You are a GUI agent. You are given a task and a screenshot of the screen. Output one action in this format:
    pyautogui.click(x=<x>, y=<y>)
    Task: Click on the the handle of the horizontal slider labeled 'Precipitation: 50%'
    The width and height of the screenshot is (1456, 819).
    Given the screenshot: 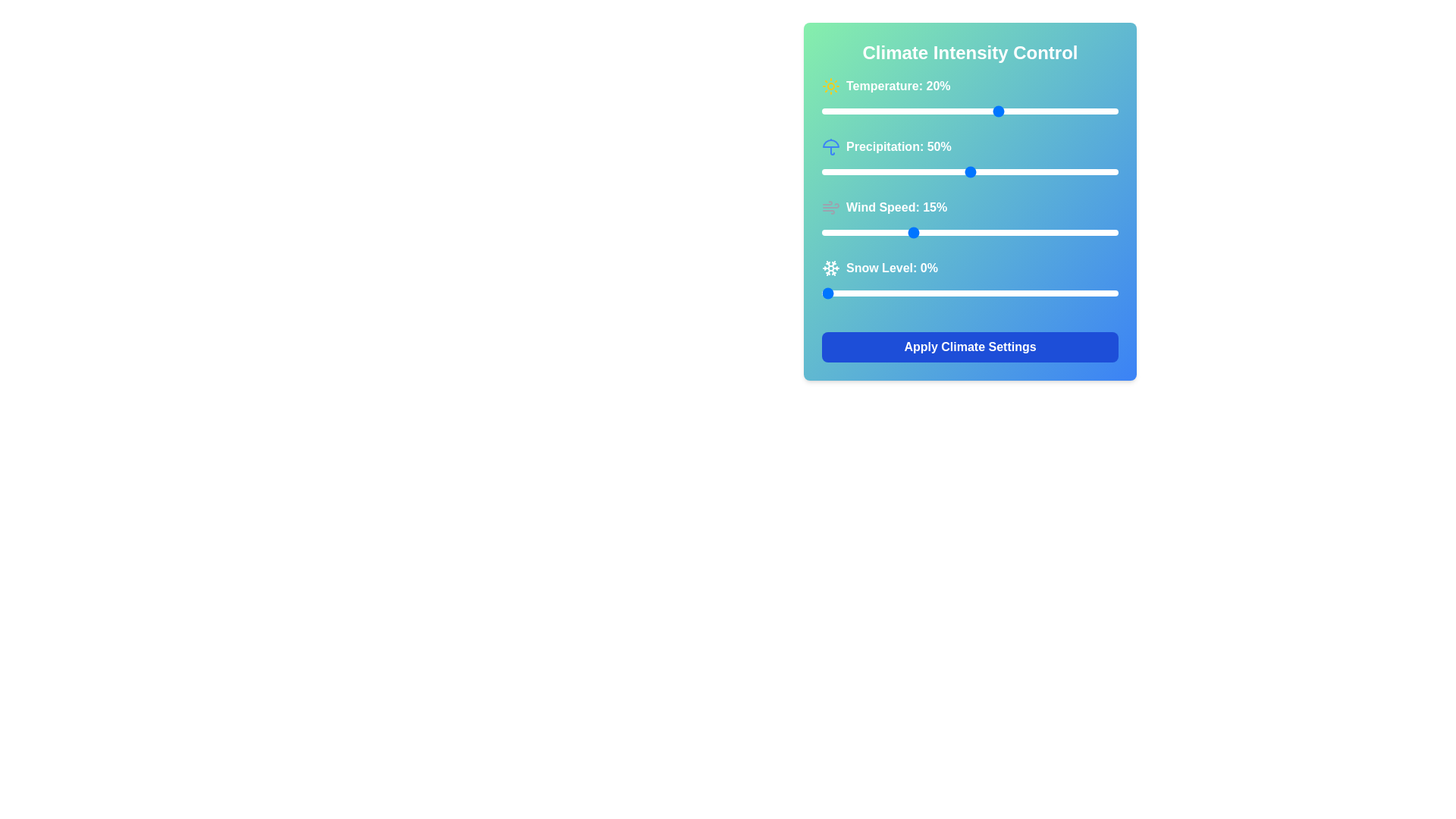 What is the action you would take?
    pyautogui.click(x=969, y=171)
    